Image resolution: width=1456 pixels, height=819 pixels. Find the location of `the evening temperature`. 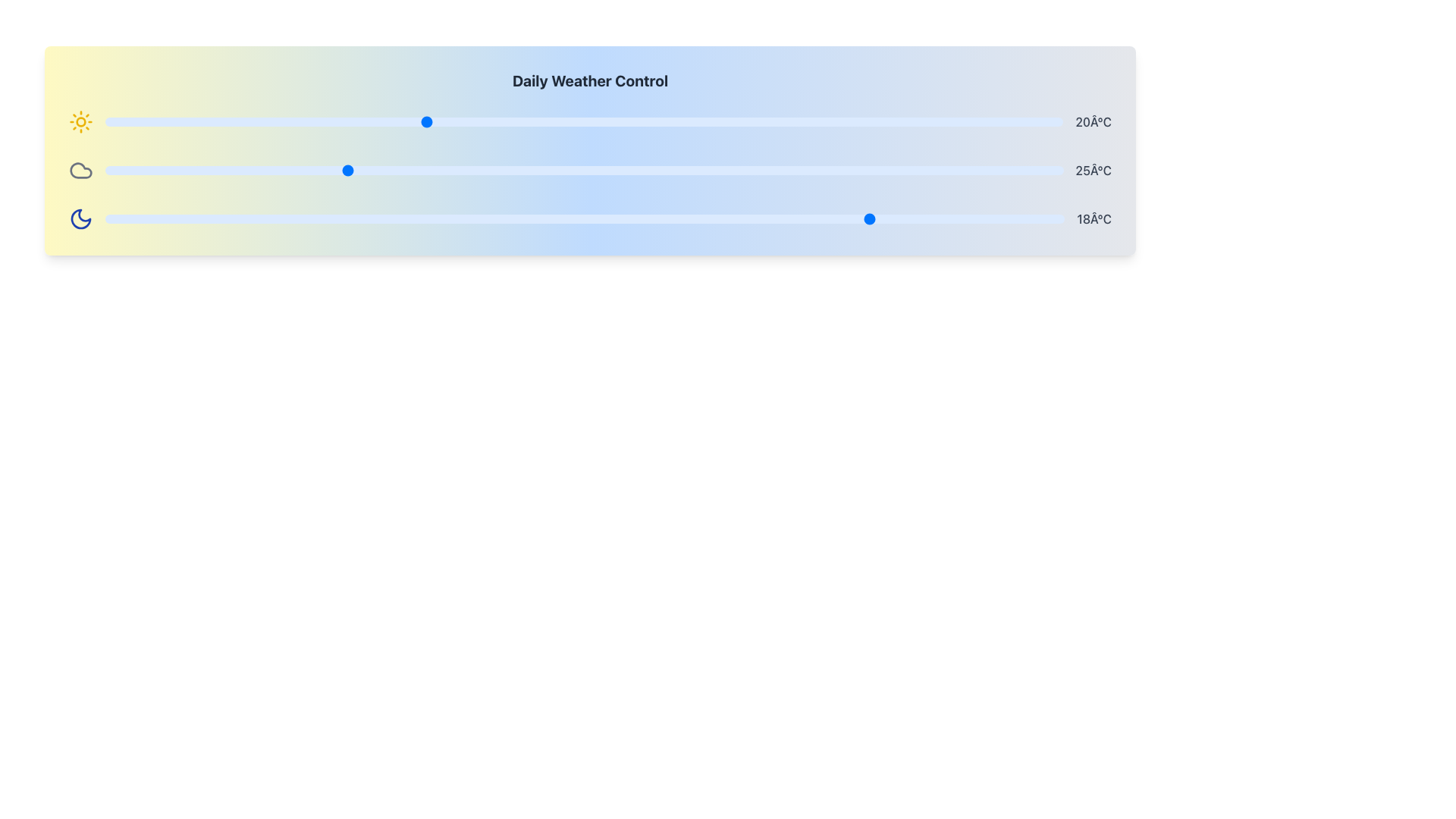

the evening temperature is located at coordinates (393, 219).